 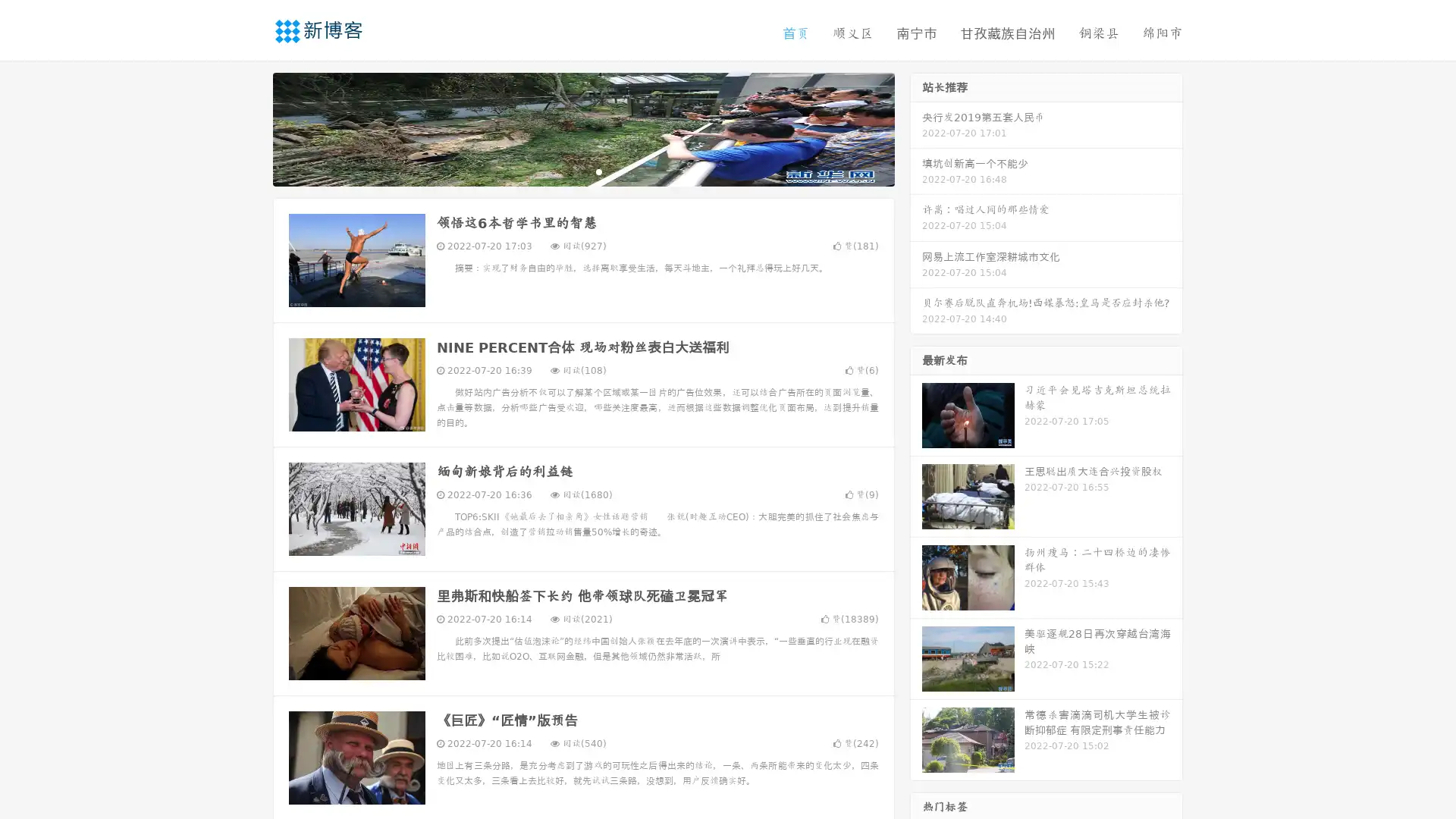 I want to click on Previous slide, so click(x=250, y=127).